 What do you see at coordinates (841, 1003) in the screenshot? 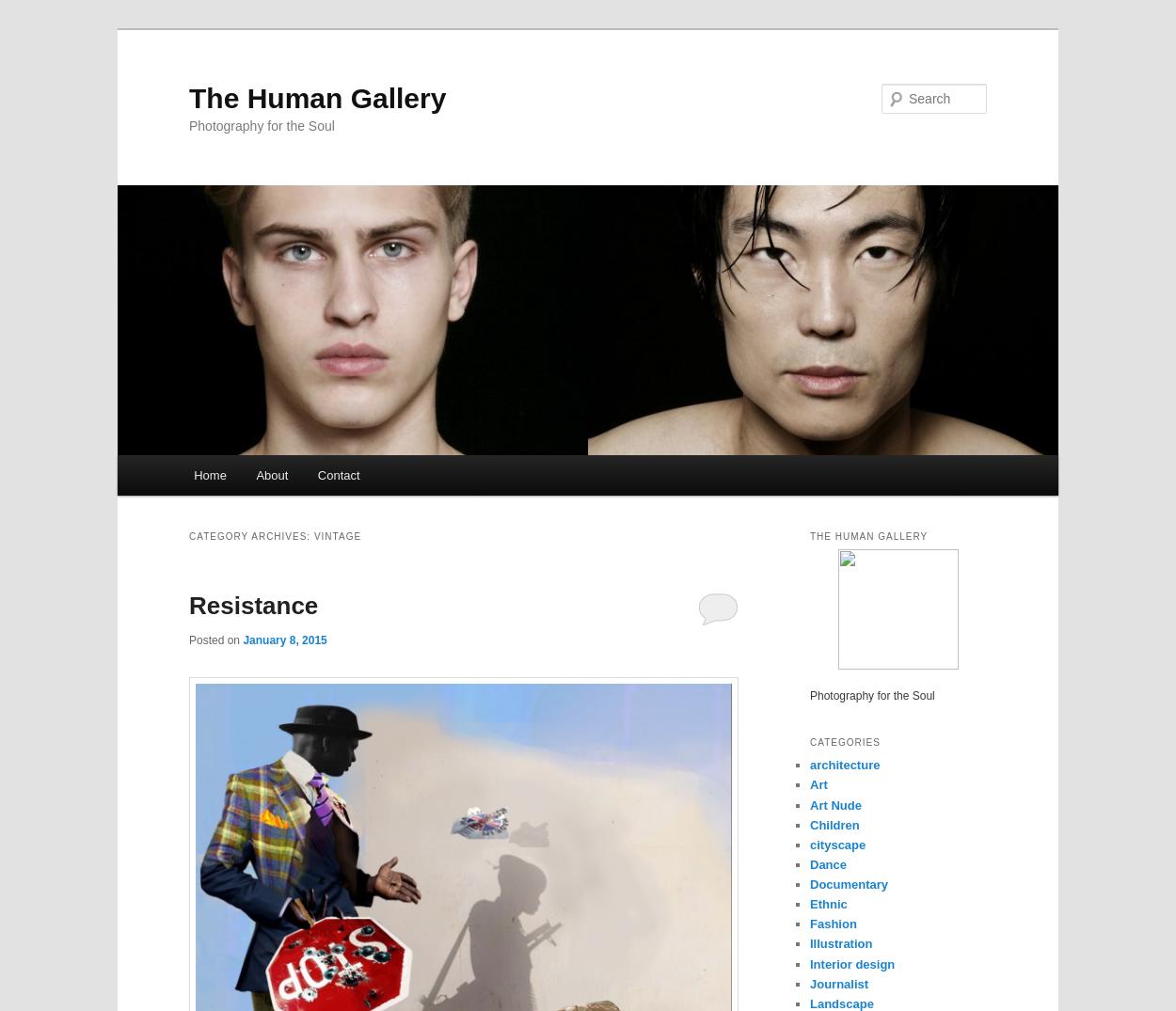
I see `'Landscape'` at bounding box center [841, 1003].